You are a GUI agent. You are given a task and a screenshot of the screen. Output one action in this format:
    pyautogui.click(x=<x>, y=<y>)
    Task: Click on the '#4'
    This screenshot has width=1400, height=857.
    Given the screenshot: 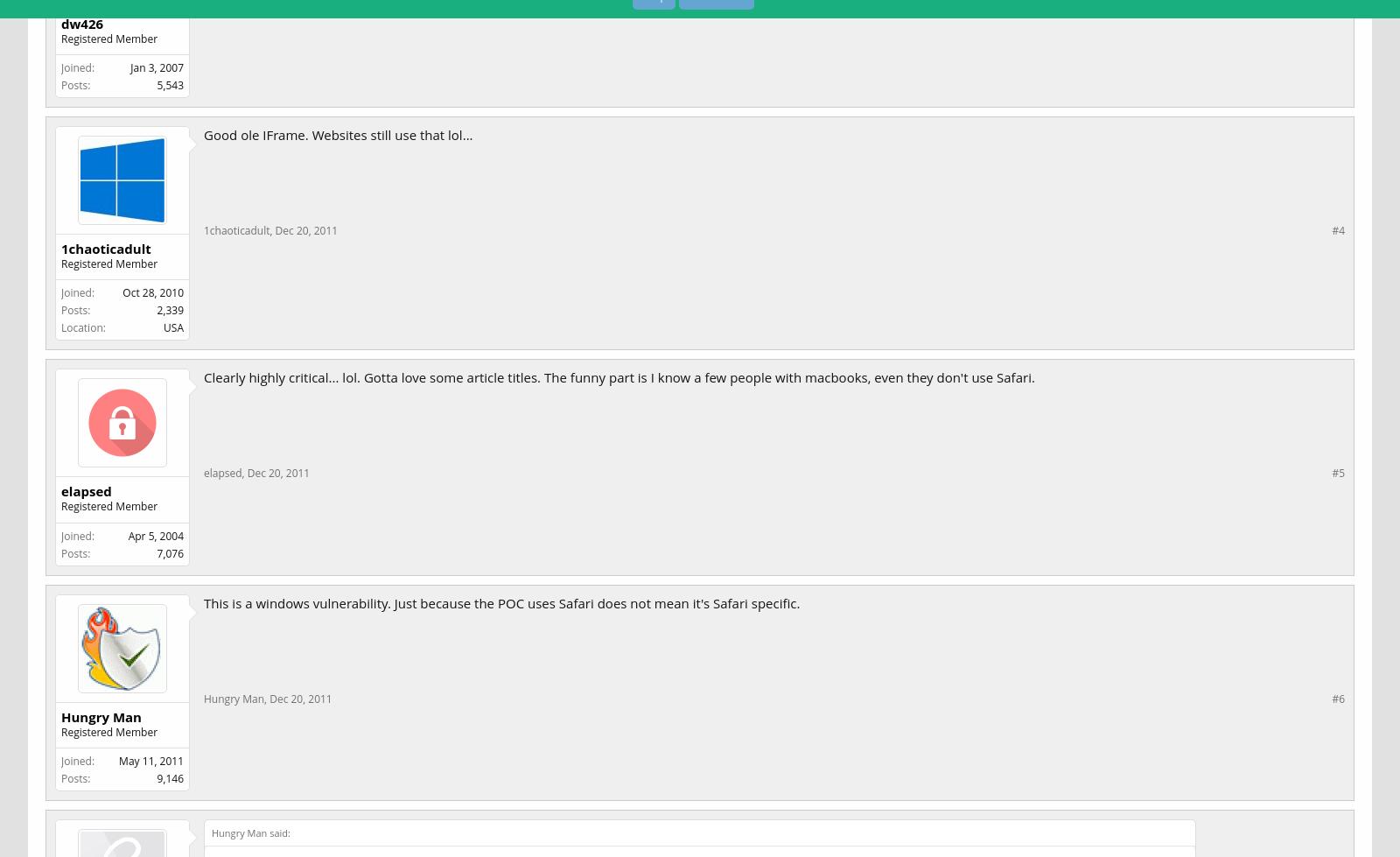 What is the action you would take?
    pyautogui.click(x=1338, y=230)
    